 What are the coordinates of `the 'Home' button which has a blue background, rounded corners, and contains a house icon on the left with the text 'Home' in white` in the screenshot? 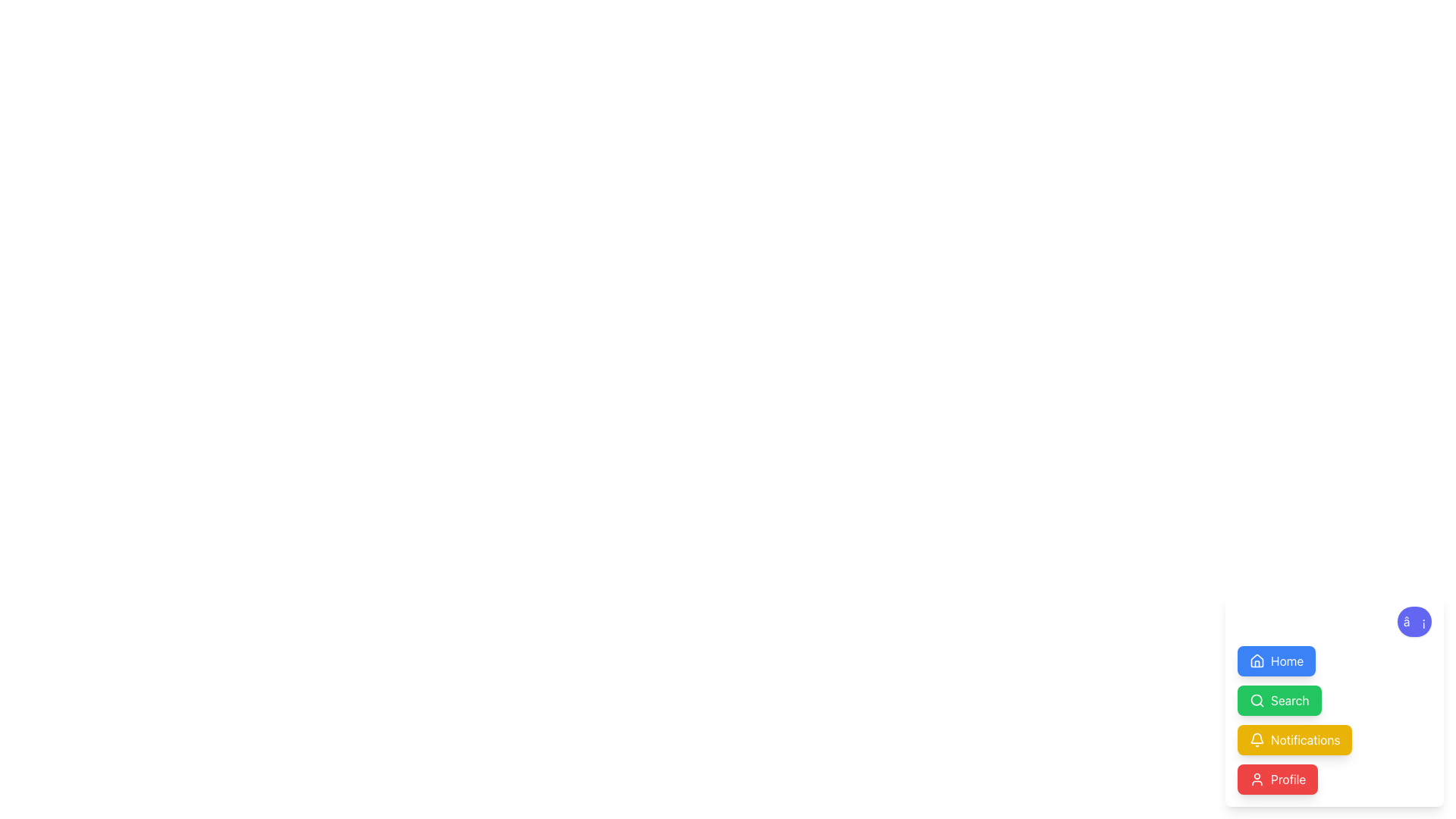 It's located at (1276, 660).